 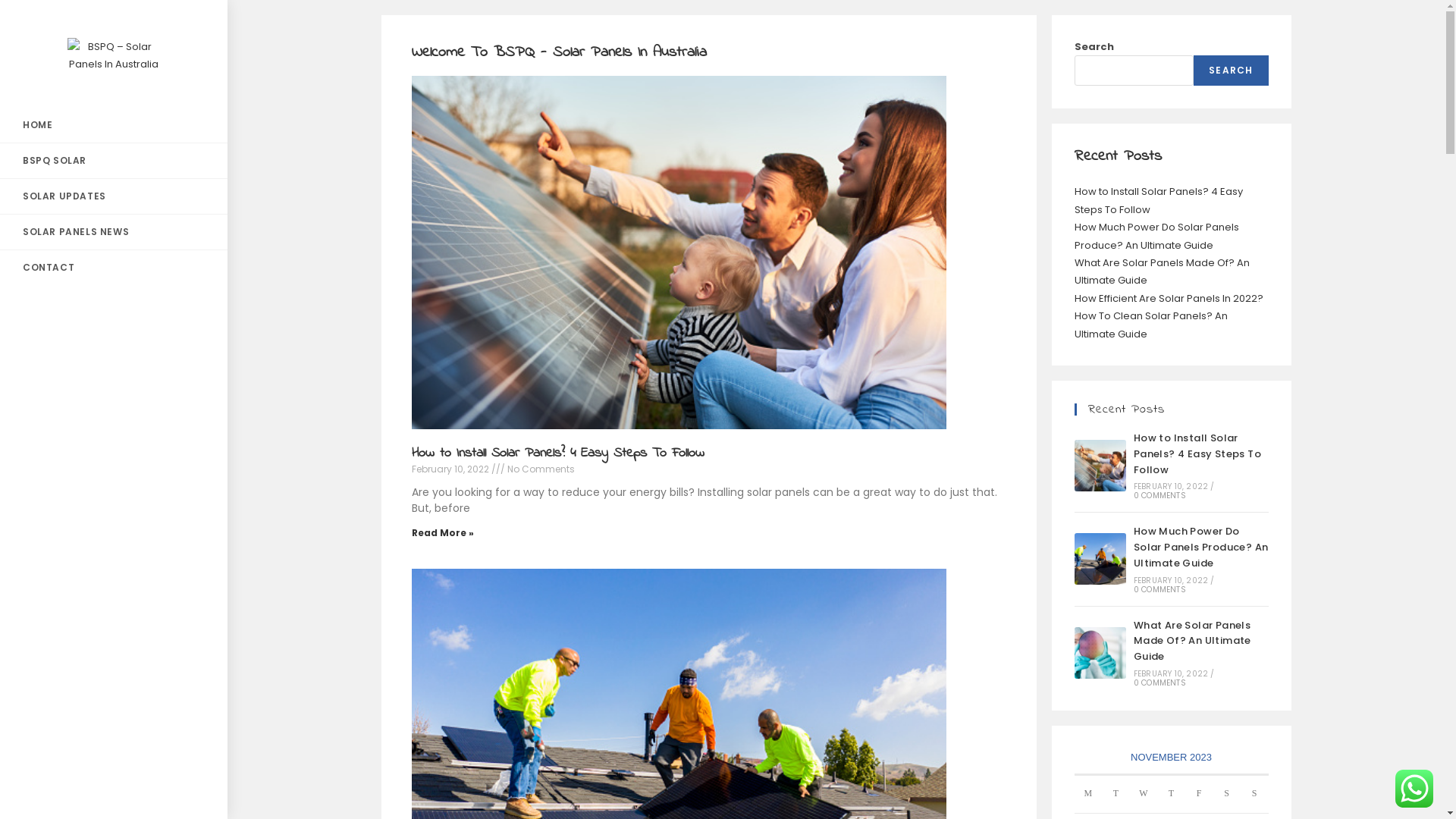 I want to click on 'How Efficient Are Solar Panels In 2022?', so click(x=1167, y=298).